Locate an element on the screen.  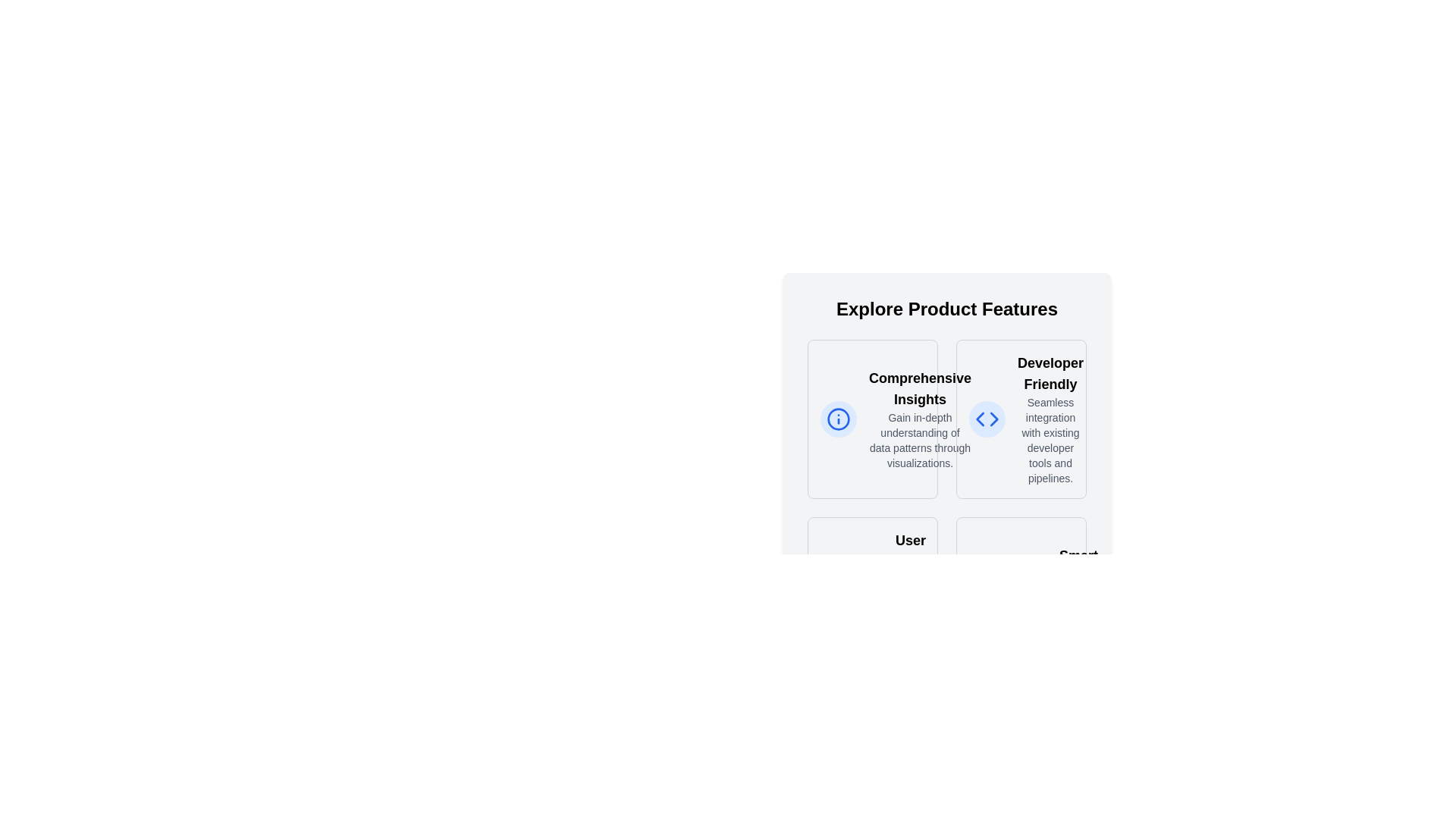
the Decorative circle, which is the background of the 'i' symbol in the 'Comprehensive Insights' section of the 'Explore Product Features' grid is located at coordinates (837, 419).